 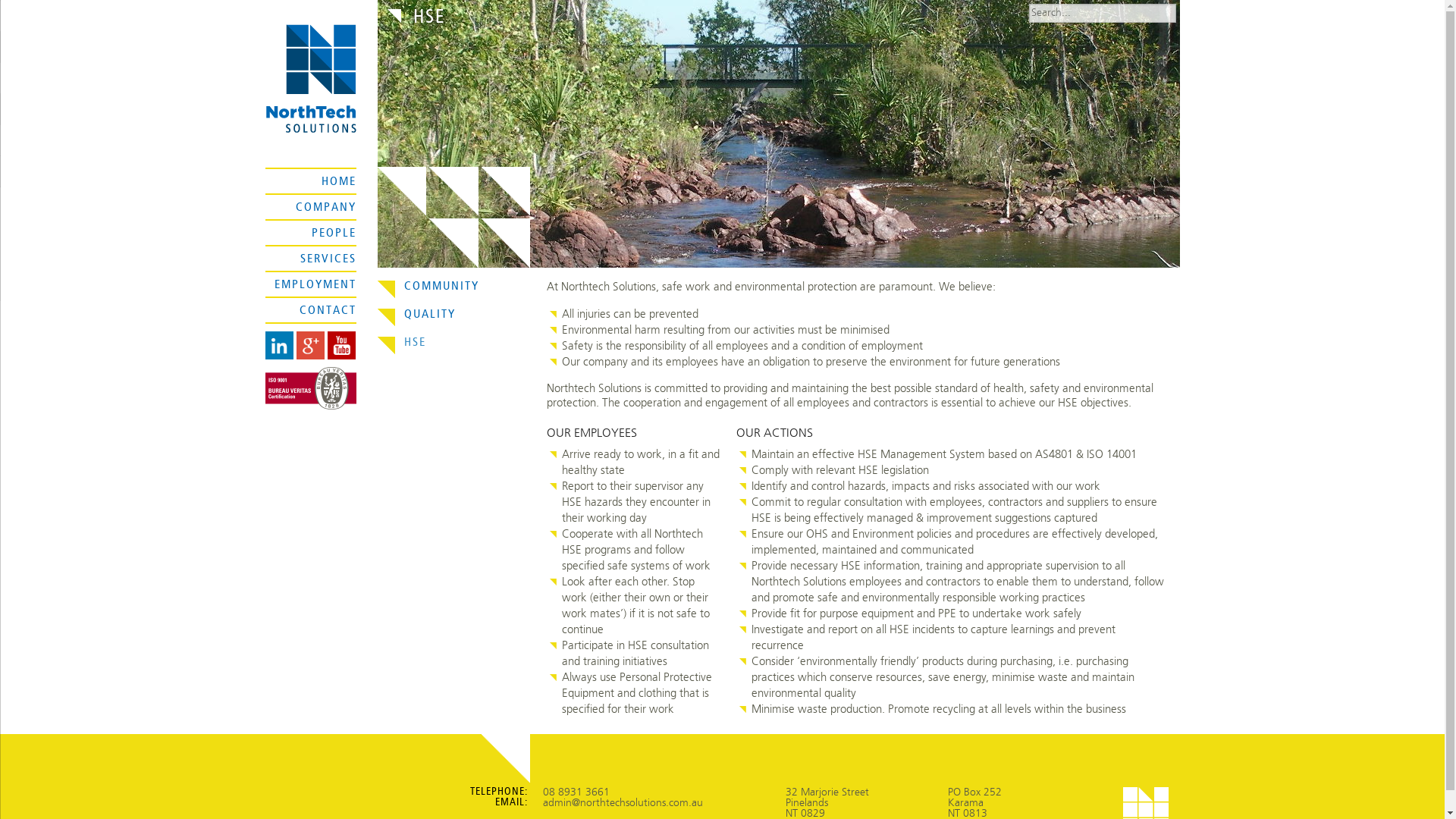 I want to click on 'COMPANY', so click(x=325, y=207).